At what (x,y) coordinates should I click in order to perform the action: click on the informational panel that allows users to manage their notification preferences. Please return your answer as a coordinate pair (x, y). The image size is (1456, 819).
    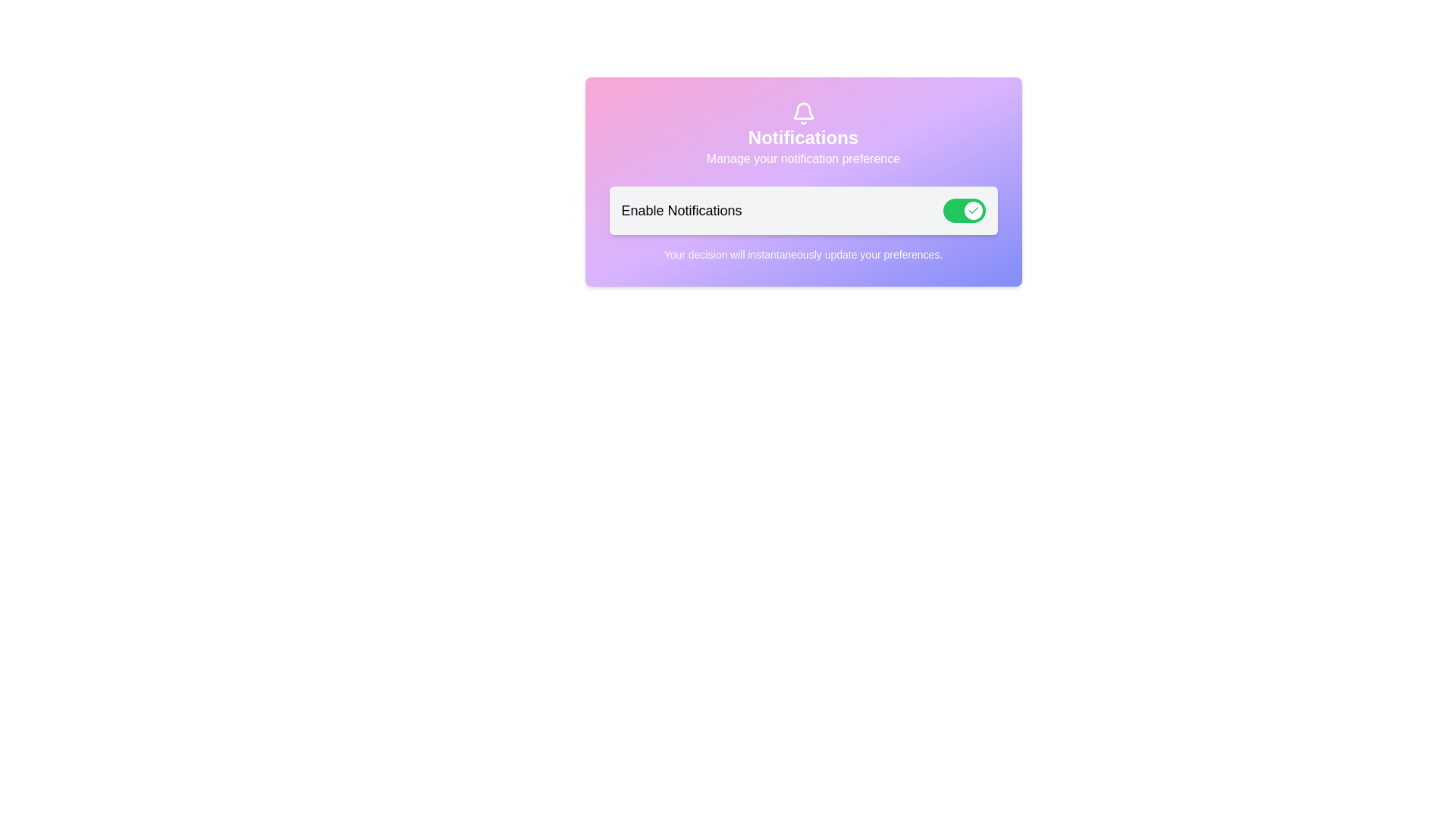
    Looking at the image, I should click on (802, 180).